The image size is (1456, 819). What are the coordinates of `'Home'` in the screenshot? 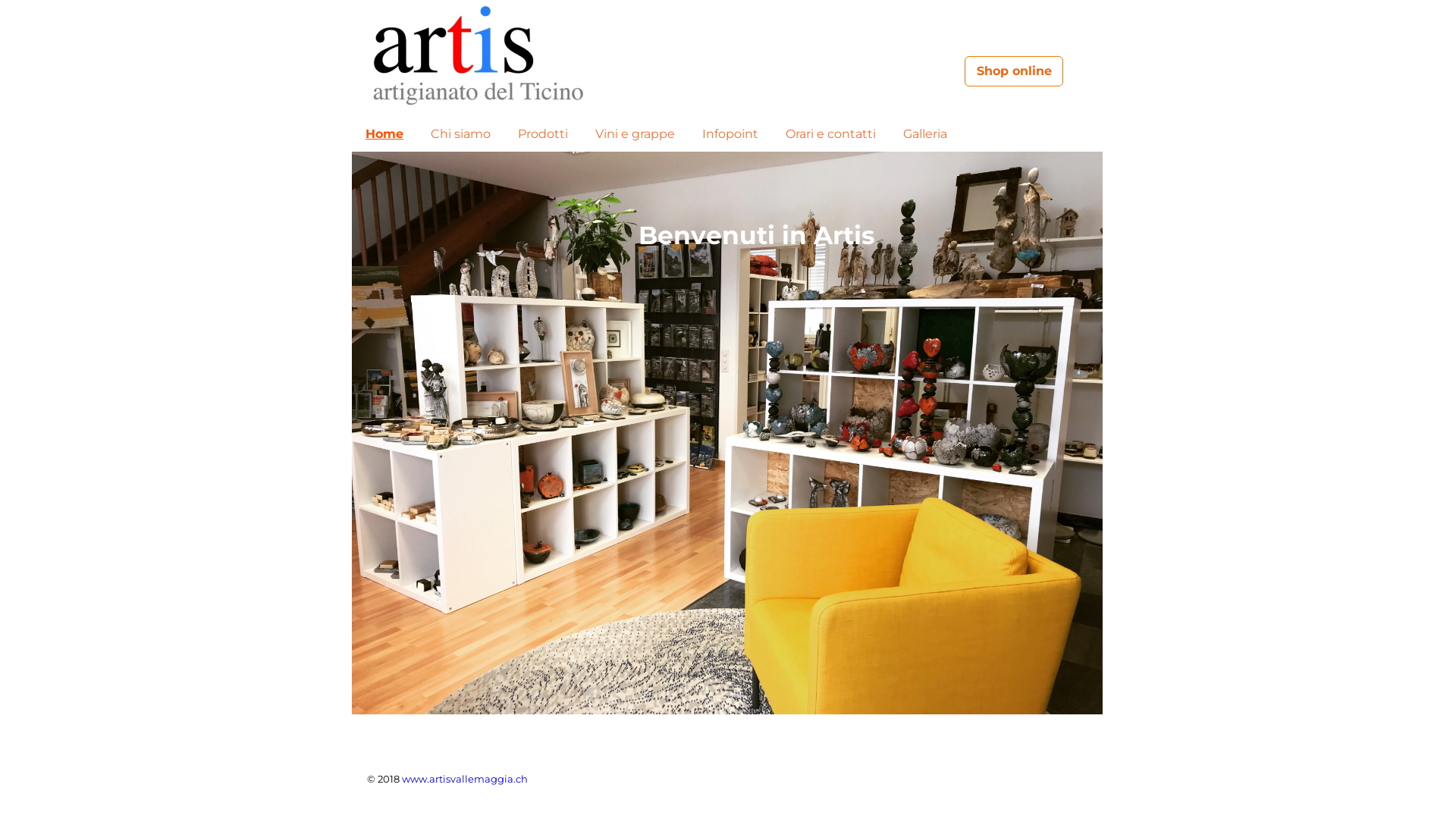 It's located at (384, 133).